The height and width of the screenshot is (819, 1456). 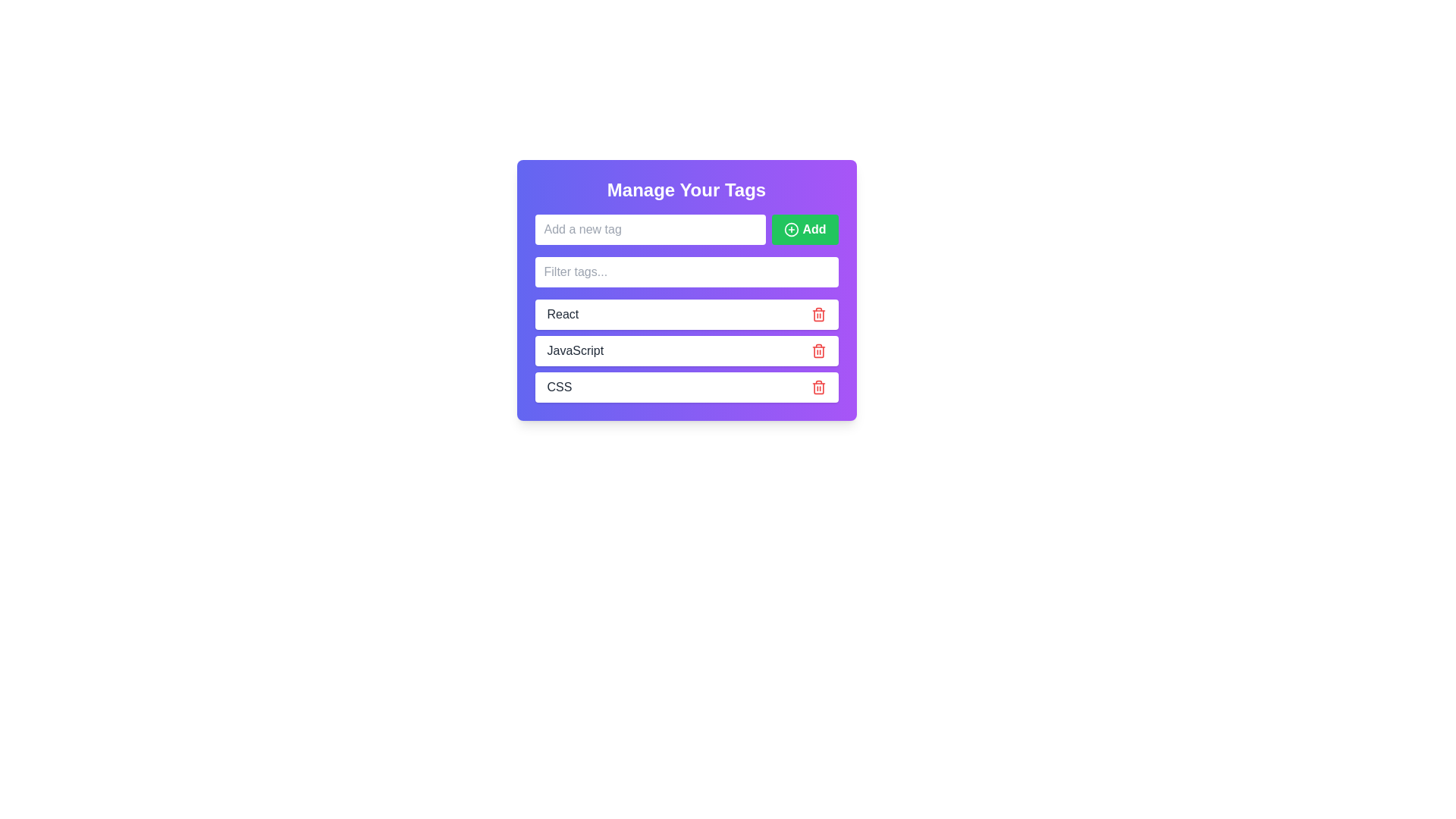 I want to click on the 'React' text element, which is displayed in bold black font against a white background, so click(x=562, y=314).